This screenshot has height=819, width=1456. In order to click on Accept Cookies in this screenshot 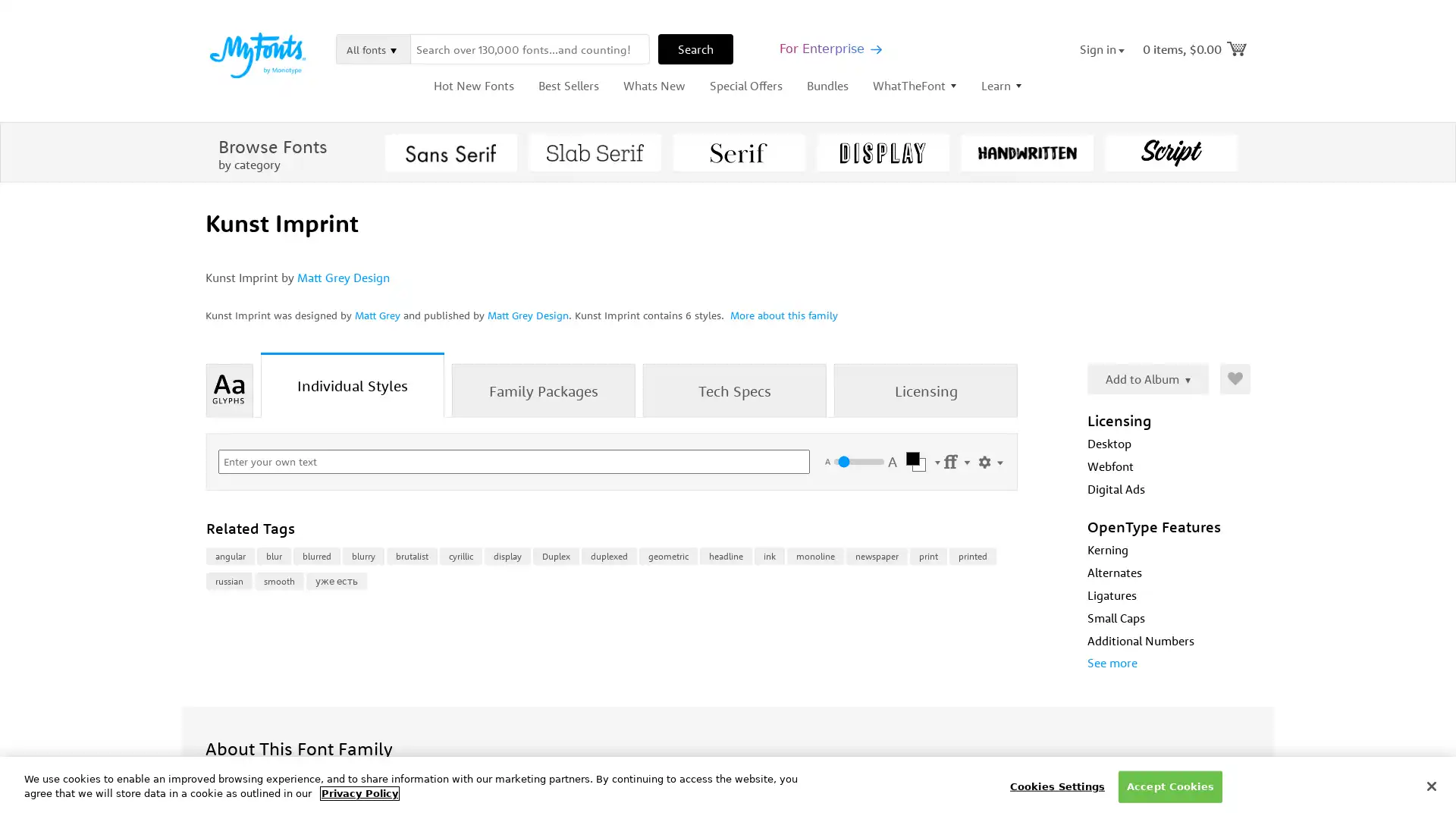, I will do `click(1169, 786)`.